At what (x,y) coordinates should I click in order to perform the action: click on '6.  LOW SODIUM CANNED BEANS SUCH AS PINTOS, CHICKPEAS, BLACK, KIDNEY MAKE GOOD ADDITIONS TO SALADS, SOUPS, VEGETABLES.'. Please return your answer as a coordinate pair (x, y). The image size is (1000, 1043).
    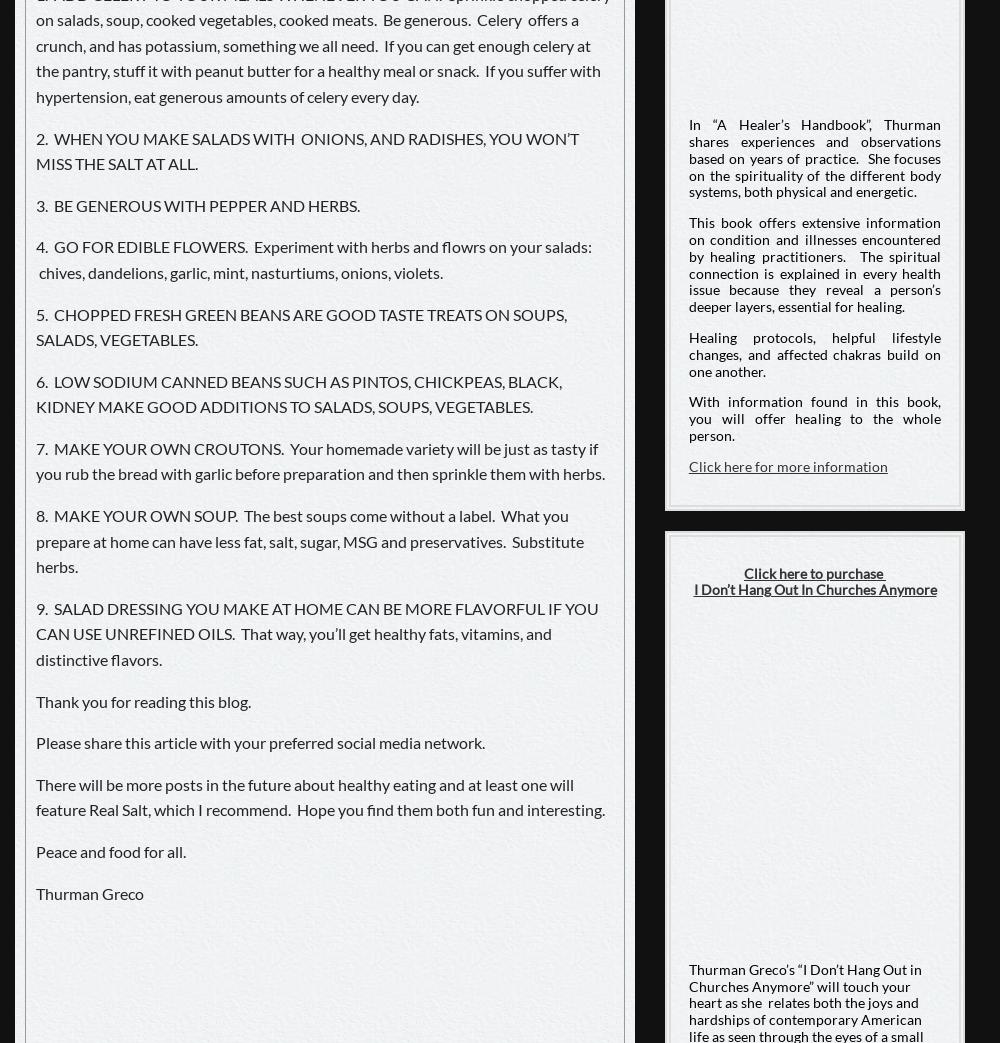
    Looking at the image, I should click on (299, 393).